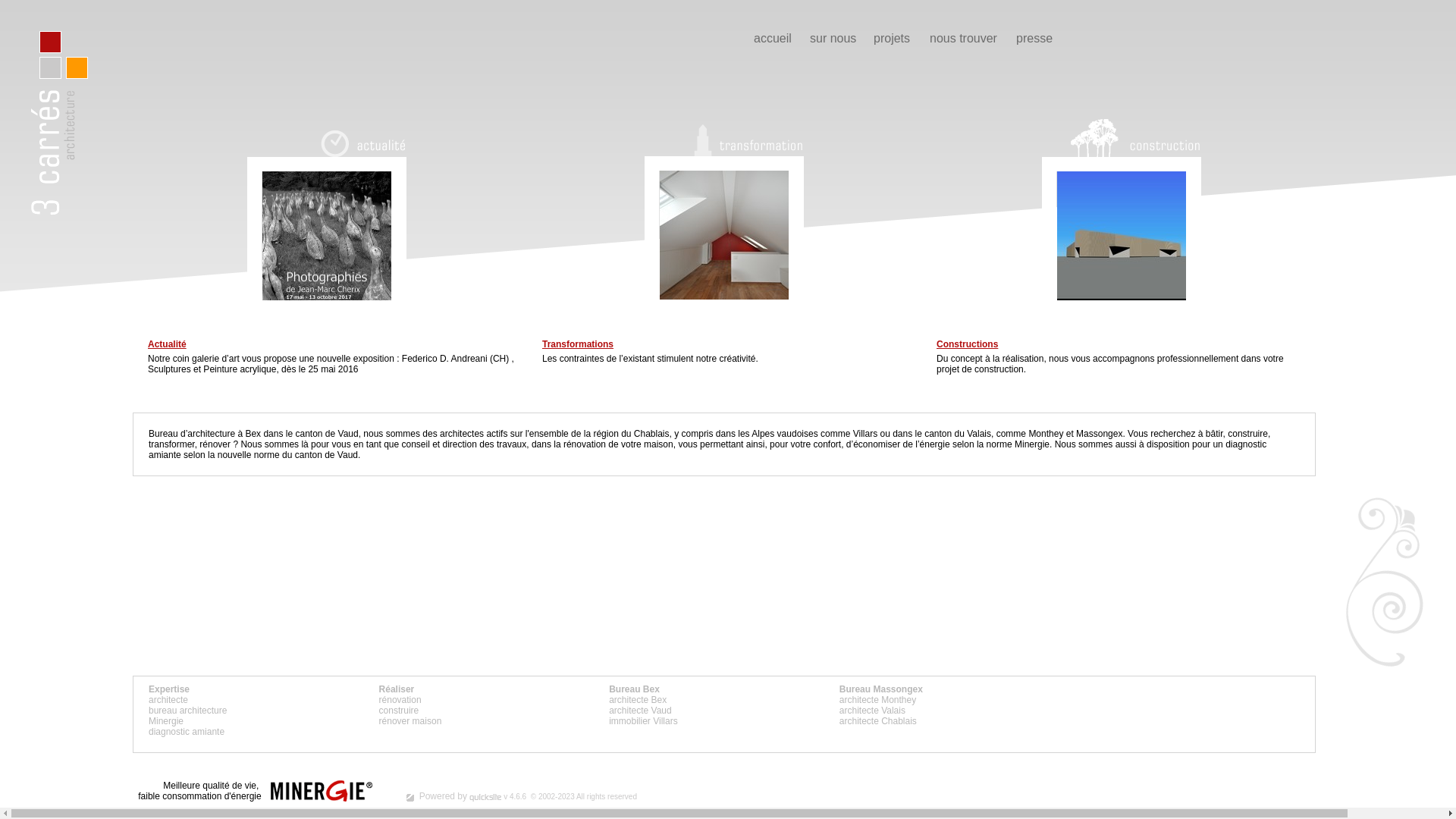 The width and height of the screenshot is (1456, 819). I want to click on 'Transformations', so click(577, 344).